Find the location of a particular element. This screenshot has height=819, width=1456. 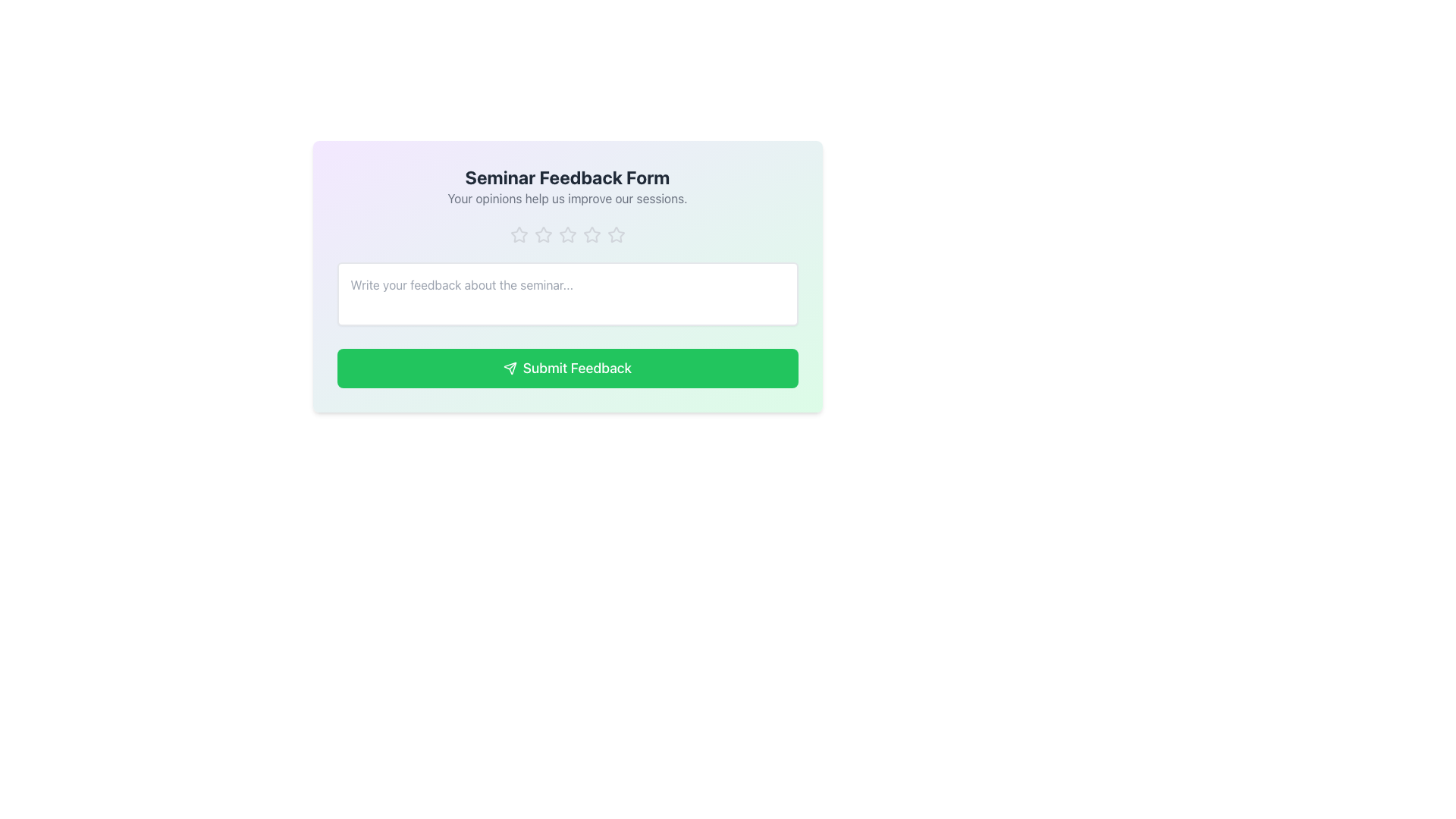

the submit button located at the bottom of the 'Seminar Feedback Form' is located at coordinates (566, 369).